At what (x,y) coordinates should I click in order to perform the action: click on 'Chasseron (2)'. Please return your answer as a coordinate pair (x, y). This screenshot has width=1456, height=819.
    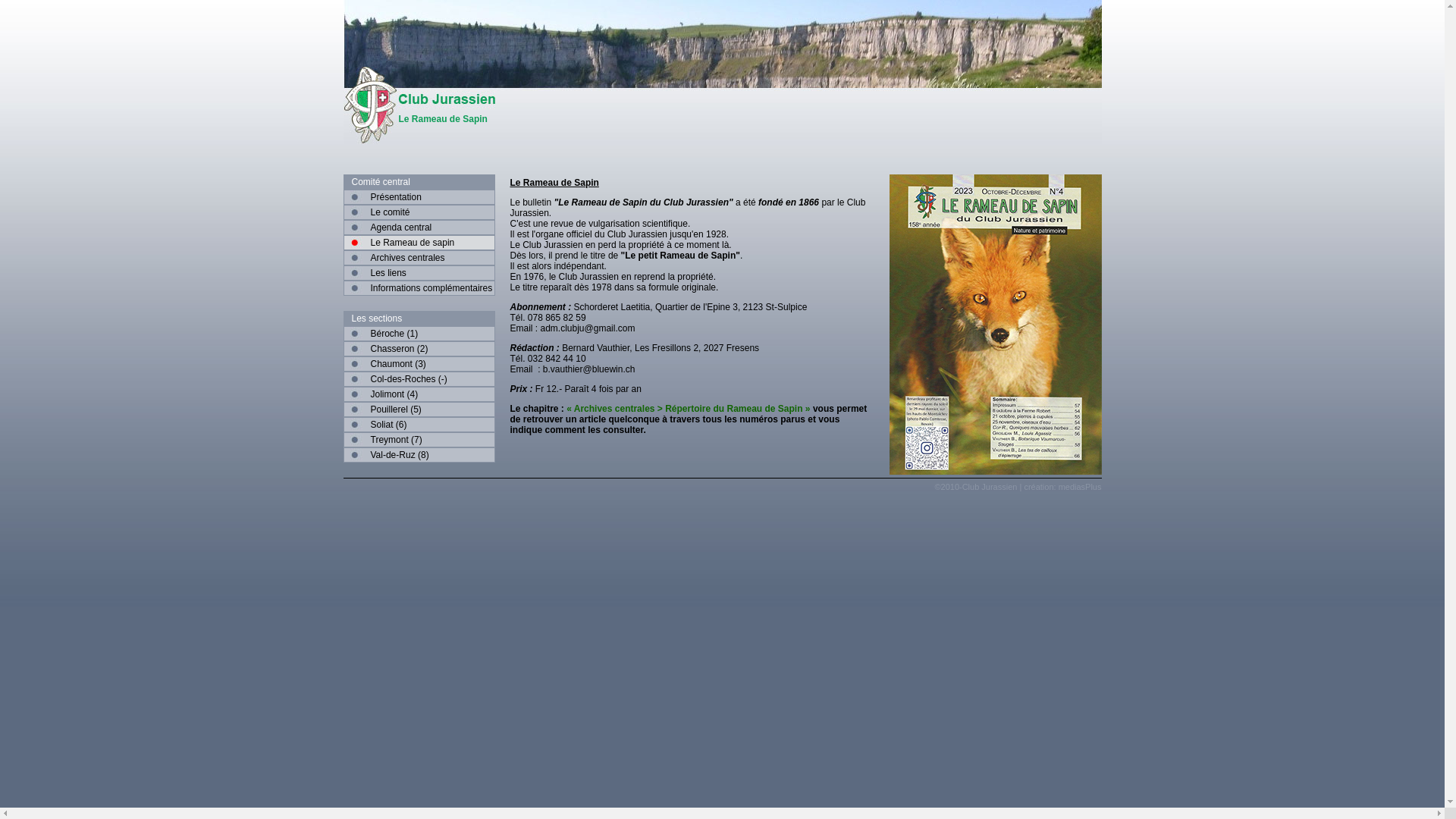
    Looking at the image, I should click on (419, 348).